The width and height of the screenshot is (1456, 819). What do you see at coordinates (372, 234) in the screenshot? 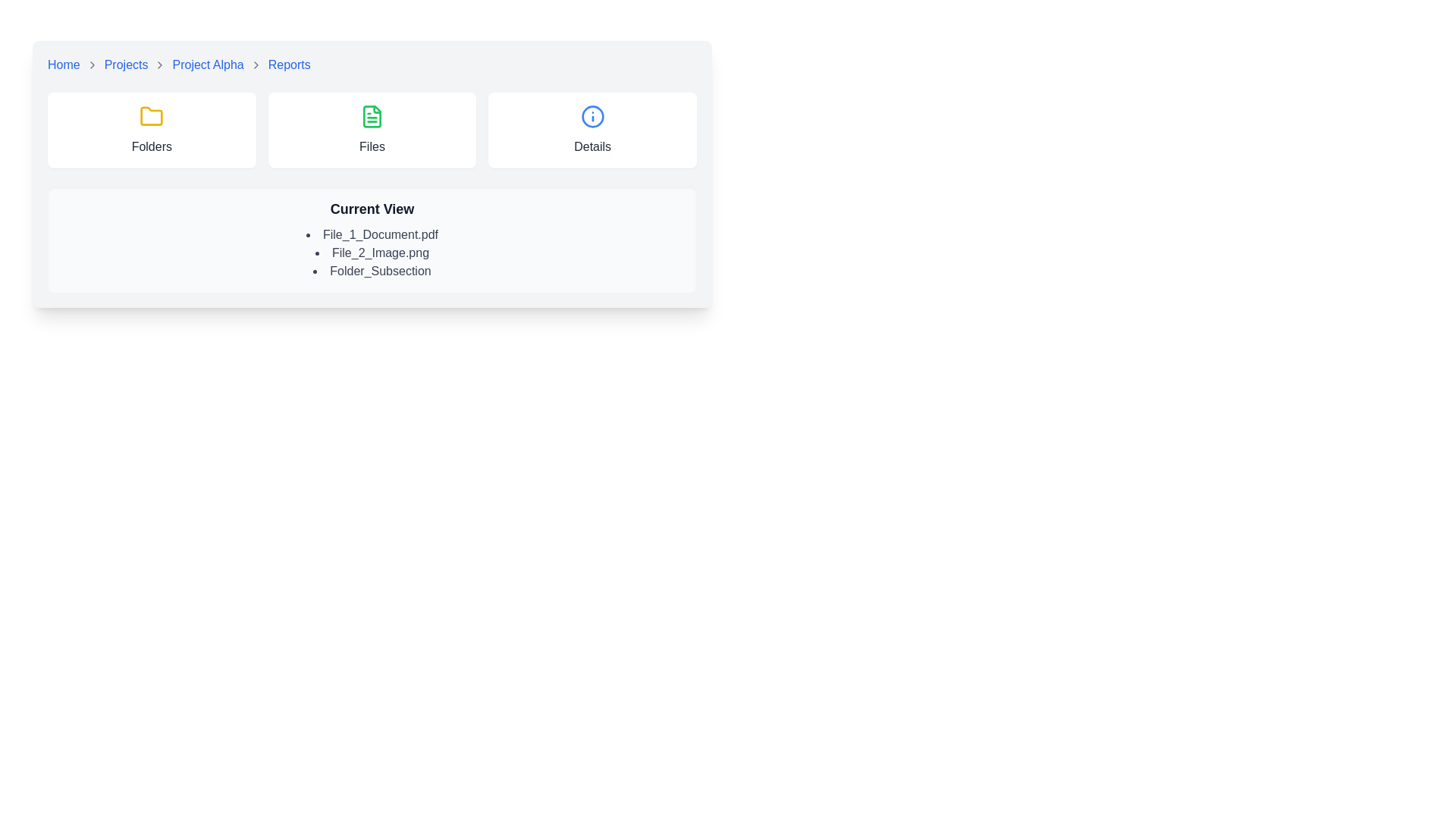
I see `the text label displaying the file name in the 'Current View' list` at bounding box center [372, 234].